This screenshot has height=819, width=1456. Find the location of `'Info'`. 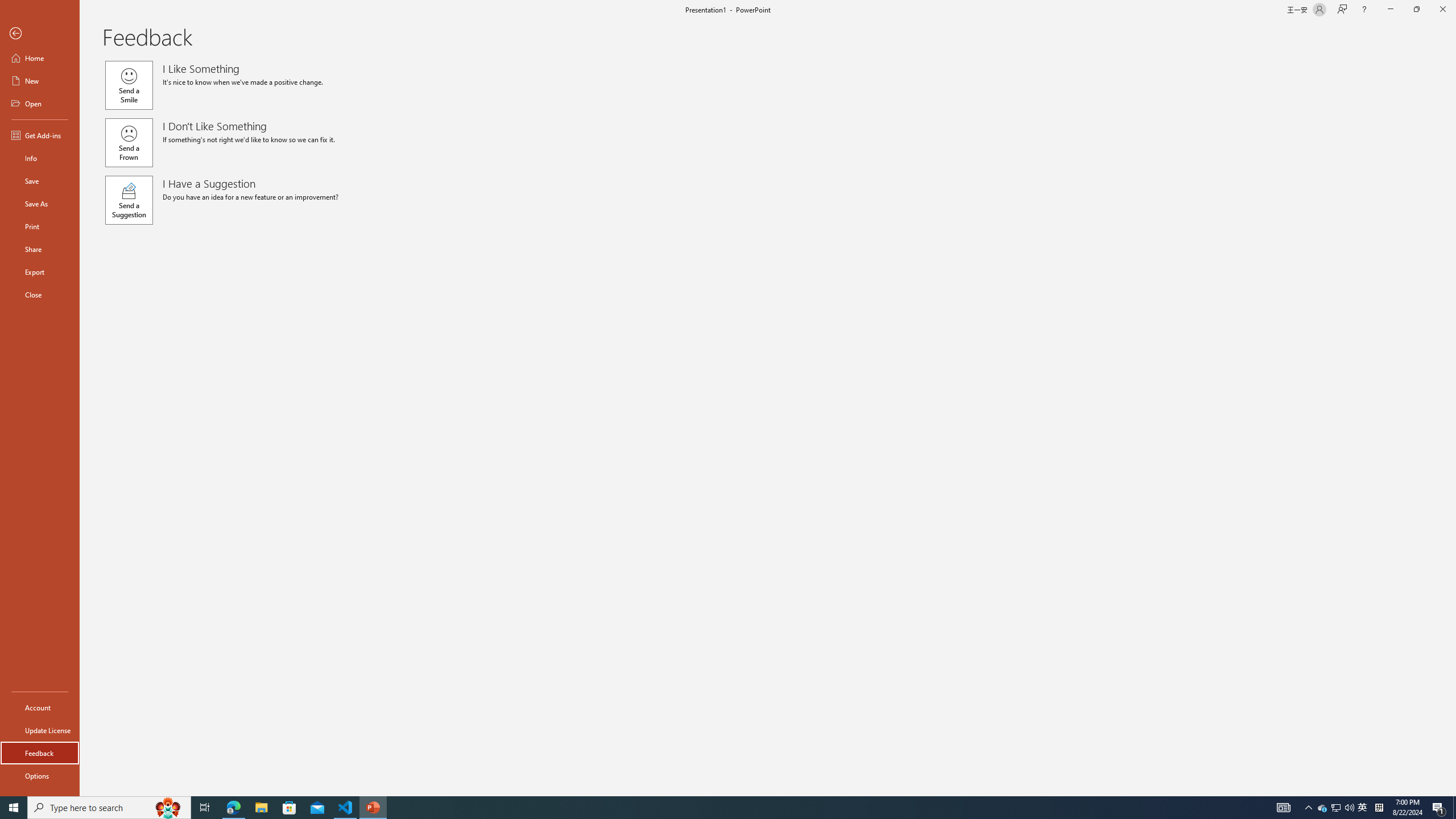

'Info' is located at coordinates (39, 157).